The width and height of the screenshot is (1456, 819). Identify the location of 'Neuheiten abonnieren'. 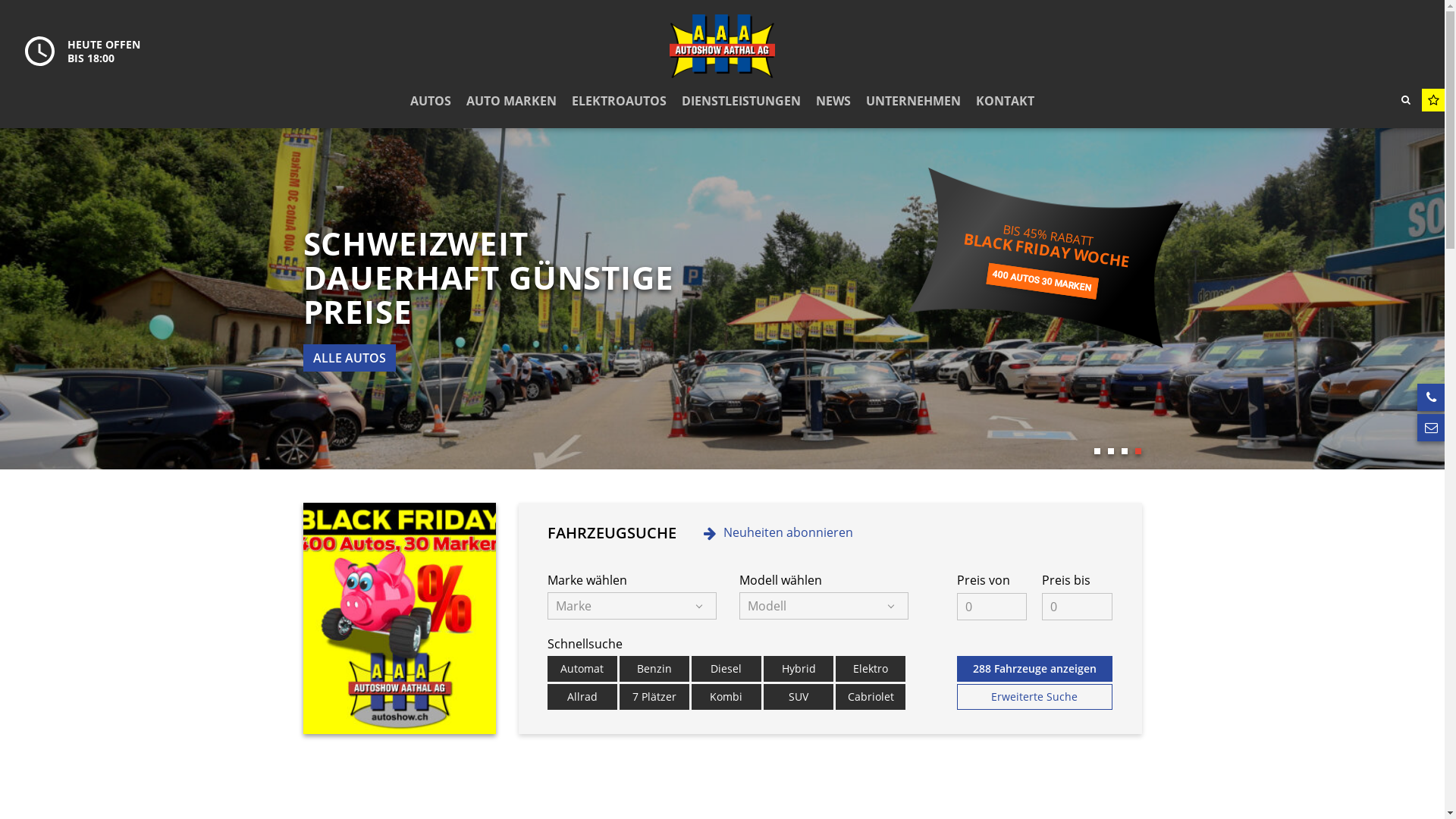
(778, 532).